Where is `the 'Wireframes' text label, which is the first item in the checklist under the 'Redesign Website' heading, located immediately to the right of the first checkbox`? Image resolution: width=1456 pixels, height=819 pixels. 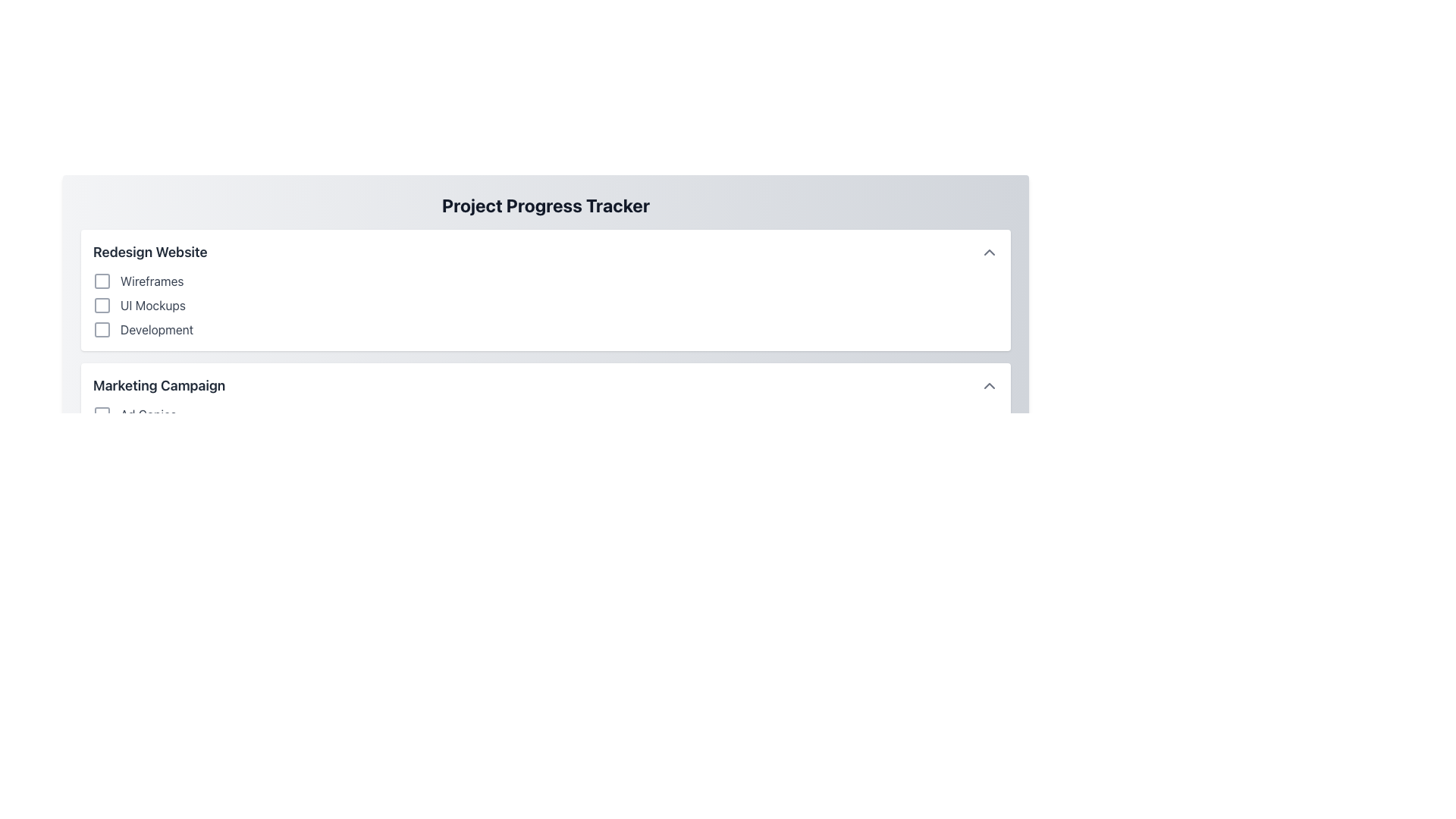 the 'Wireframes' text label, which is the first item in the checklist under the 'Redesign Website' heading, located immediately to the right of the first checkbox is located at coordinates (152, 281).